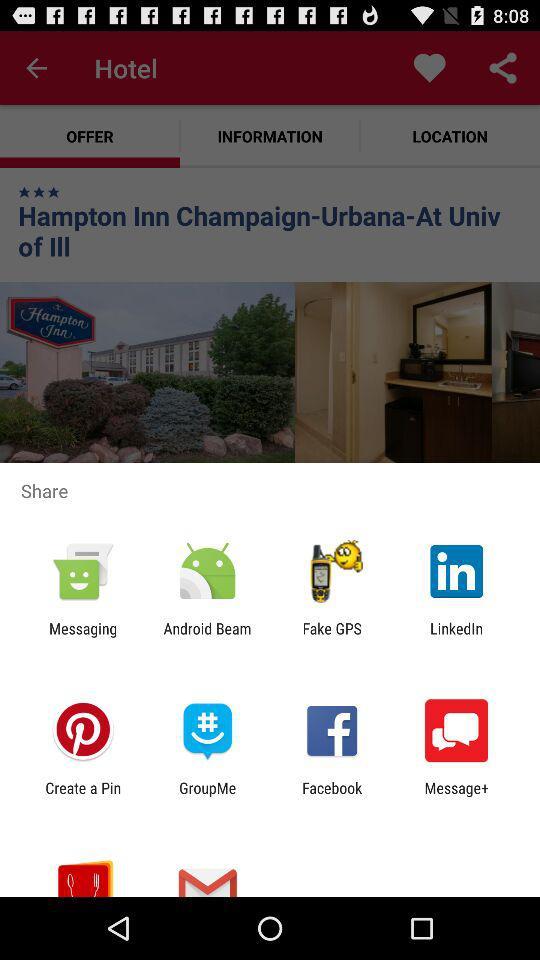  I want to click on the icon to the left of the message+, so click(332, 796).